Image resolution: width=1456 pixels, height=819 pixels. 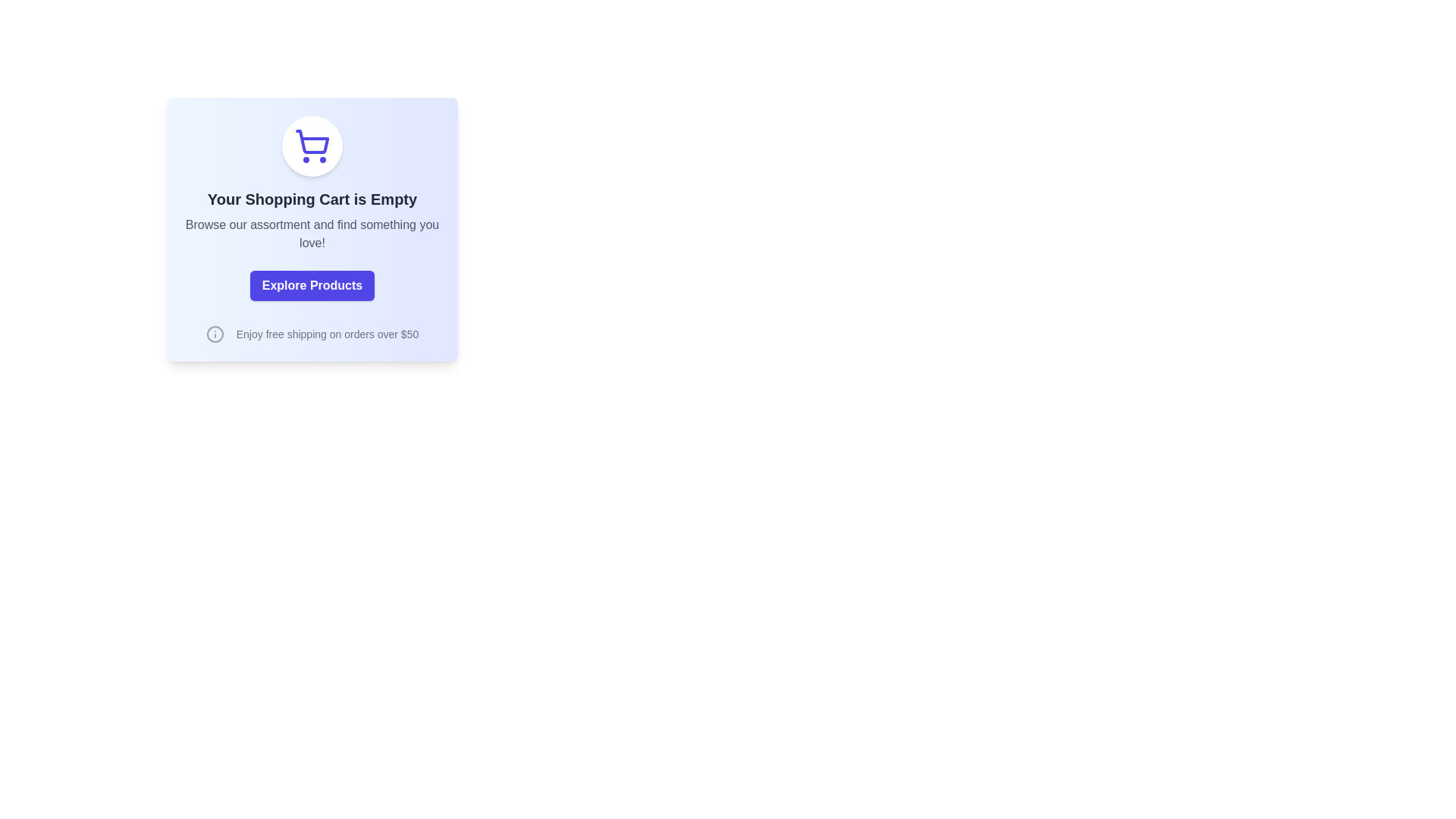 What do you see at coordinates (214, 333) in the screenshot?
I see `the informational icon located to the left of the text 'Enjoy free shipping on orders over $50' in the smaller section below the main card content` at bounding box center [214, 333].